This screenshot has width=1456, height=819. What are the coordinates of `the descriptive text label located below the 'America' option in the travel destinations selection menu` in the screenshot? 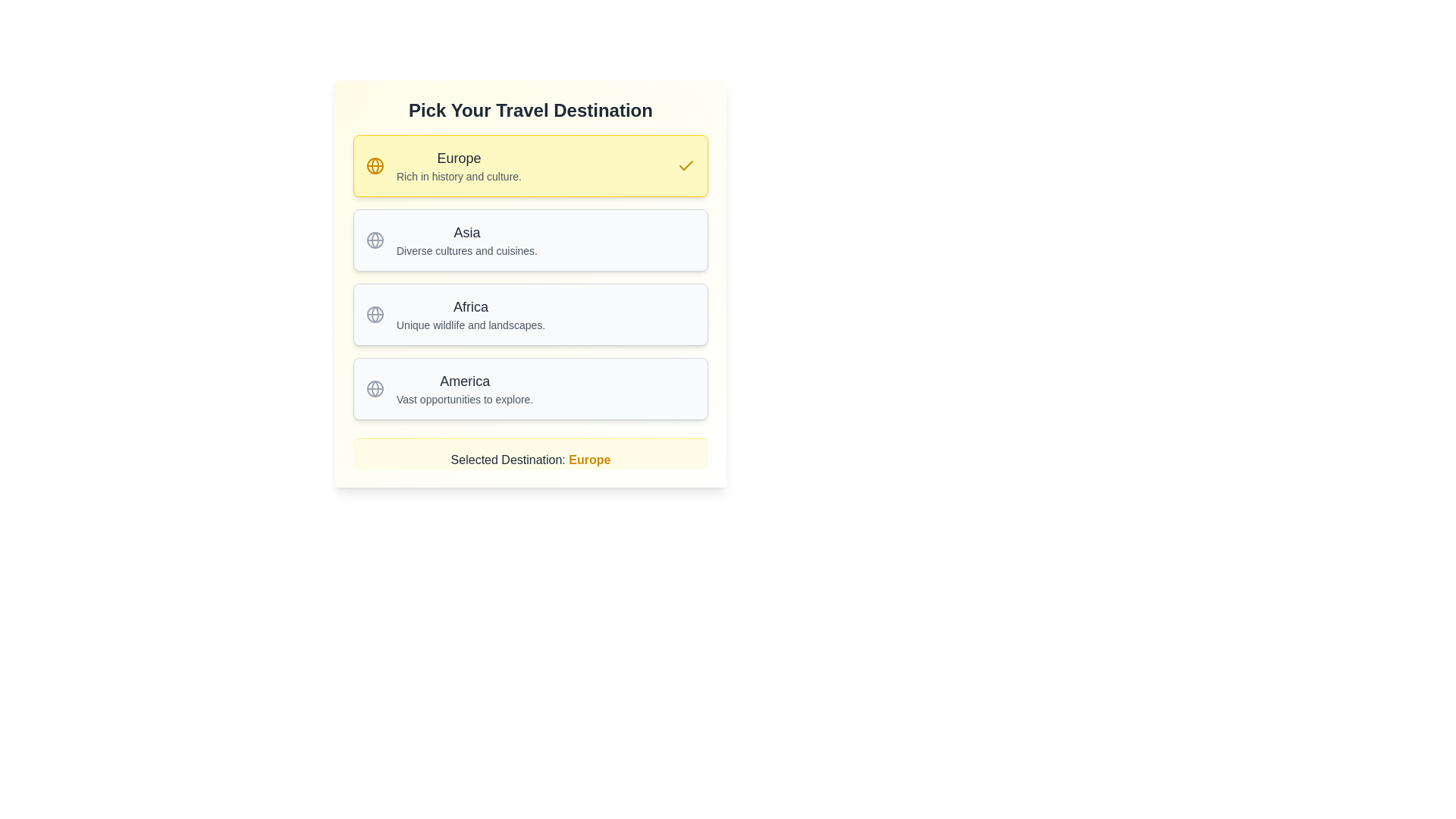 It's located at (464, 399).